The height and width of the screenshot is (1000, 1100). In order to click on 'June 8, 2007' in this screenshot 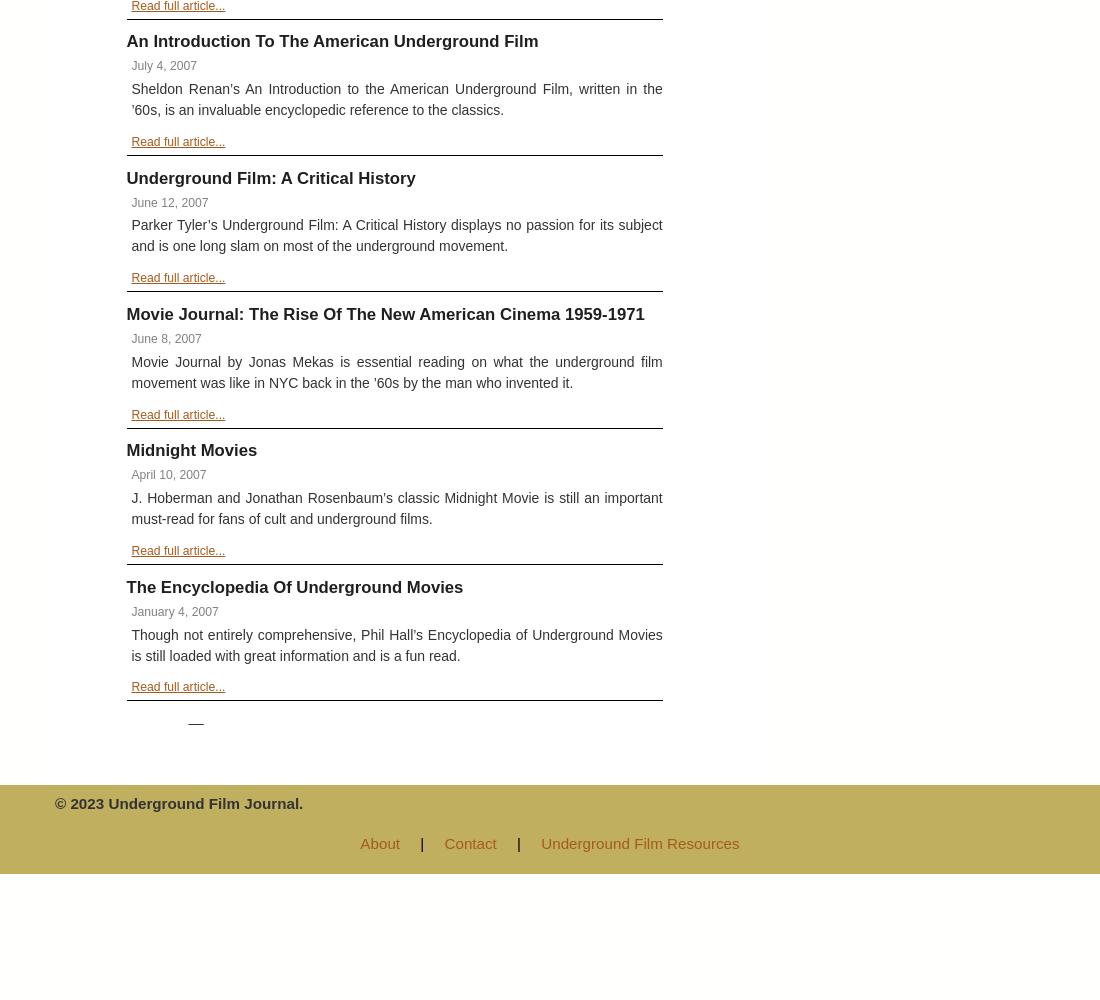, I will do `click(164, 337)`.